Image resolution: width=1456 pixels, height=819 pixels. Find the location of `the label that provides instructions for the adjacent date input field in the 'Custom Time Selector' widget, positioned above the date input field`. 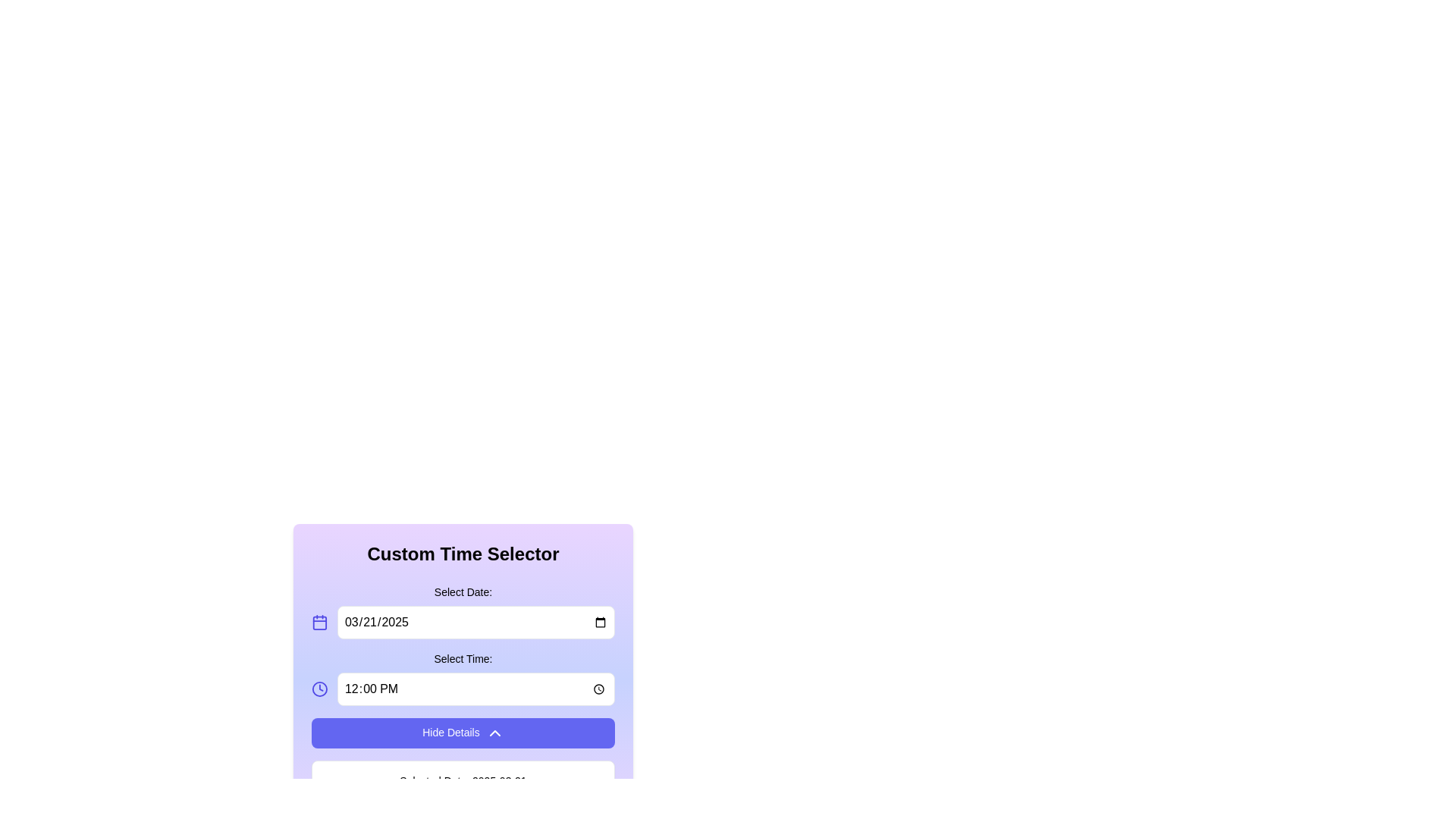

the label that provides instructions for the adjacent date input field in the 'Custom Time Selector' widget, positioned above the date input field is located at coordinates (462, 610).